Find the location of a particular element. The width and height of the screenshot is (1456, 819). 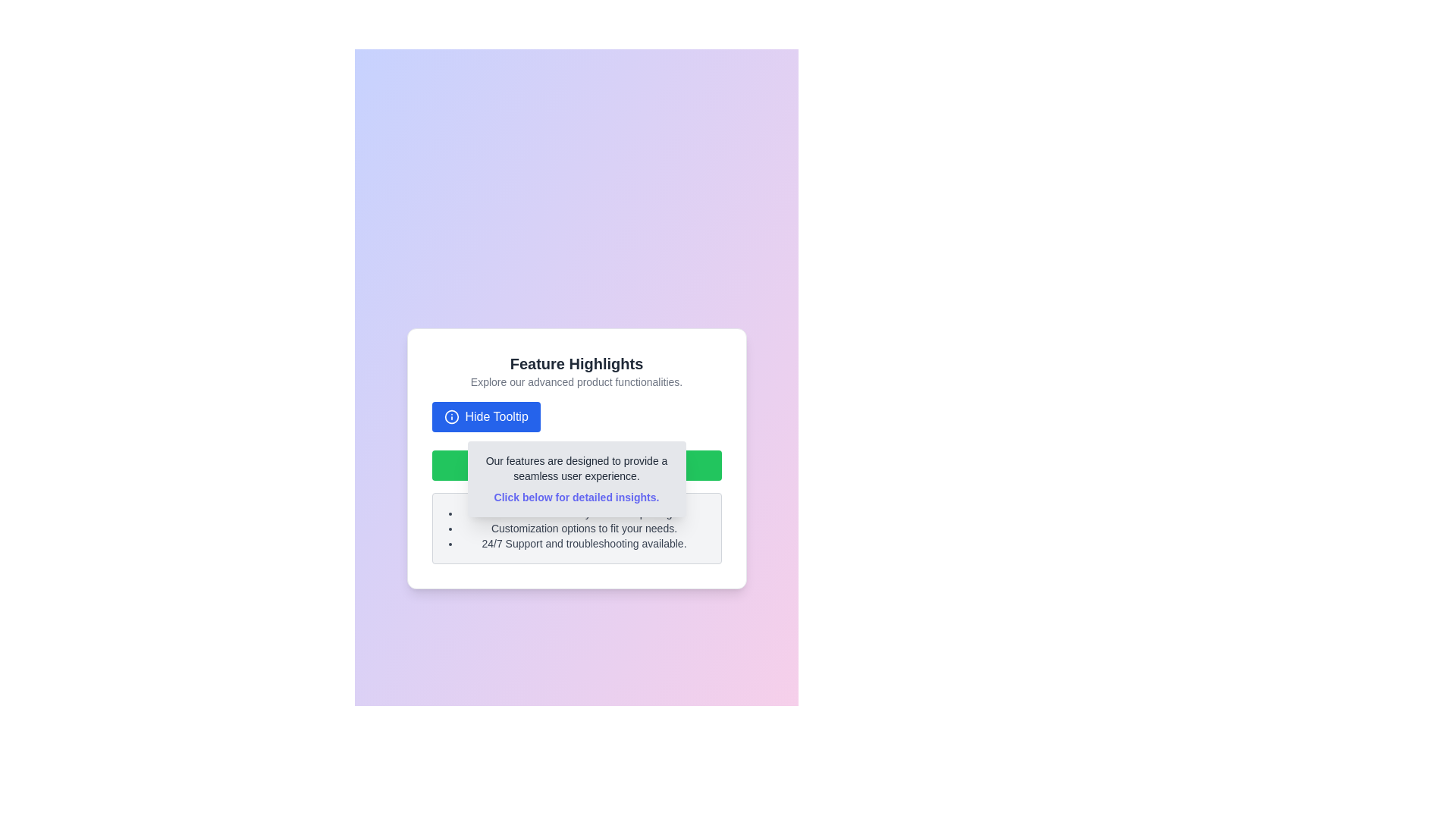

the third item in the bulleted list that informs users about 24/7 support and troubleshooting services is located at coordinates (583, 543).